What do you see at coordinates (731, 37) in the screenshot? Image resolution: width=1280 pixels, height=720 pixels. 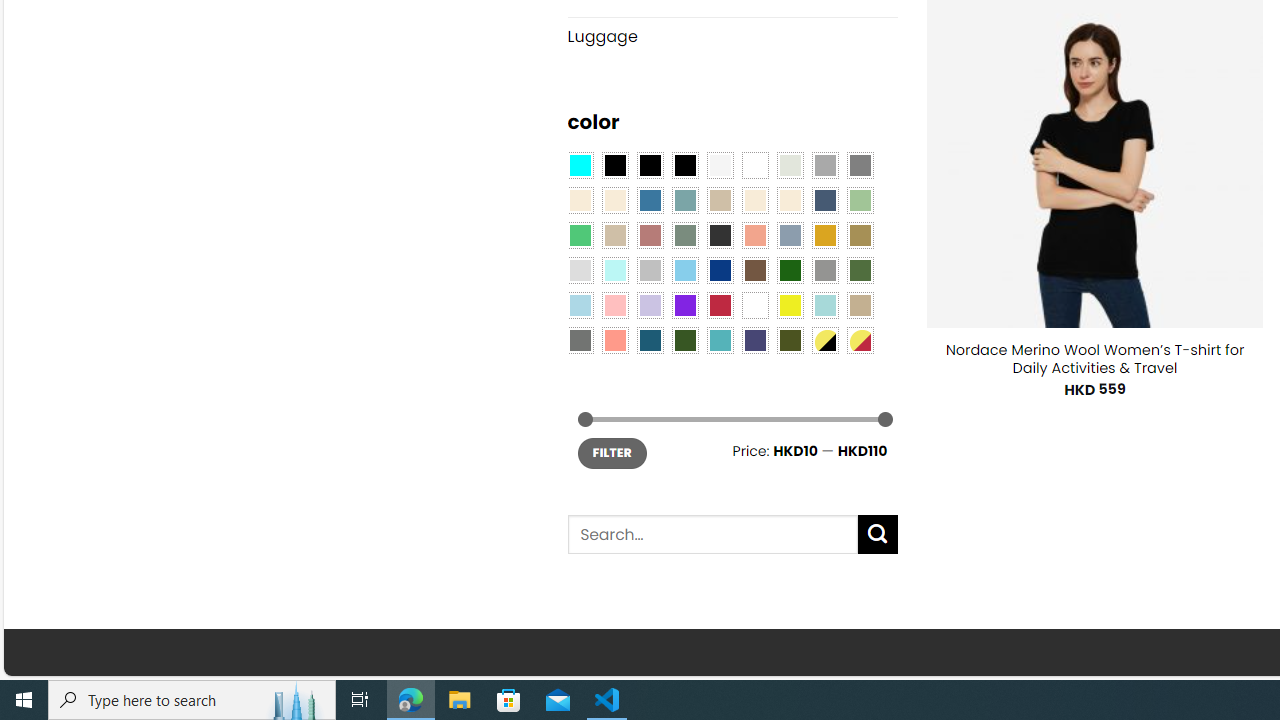 I see `'Luggage'` at bounding box center [731, 37].